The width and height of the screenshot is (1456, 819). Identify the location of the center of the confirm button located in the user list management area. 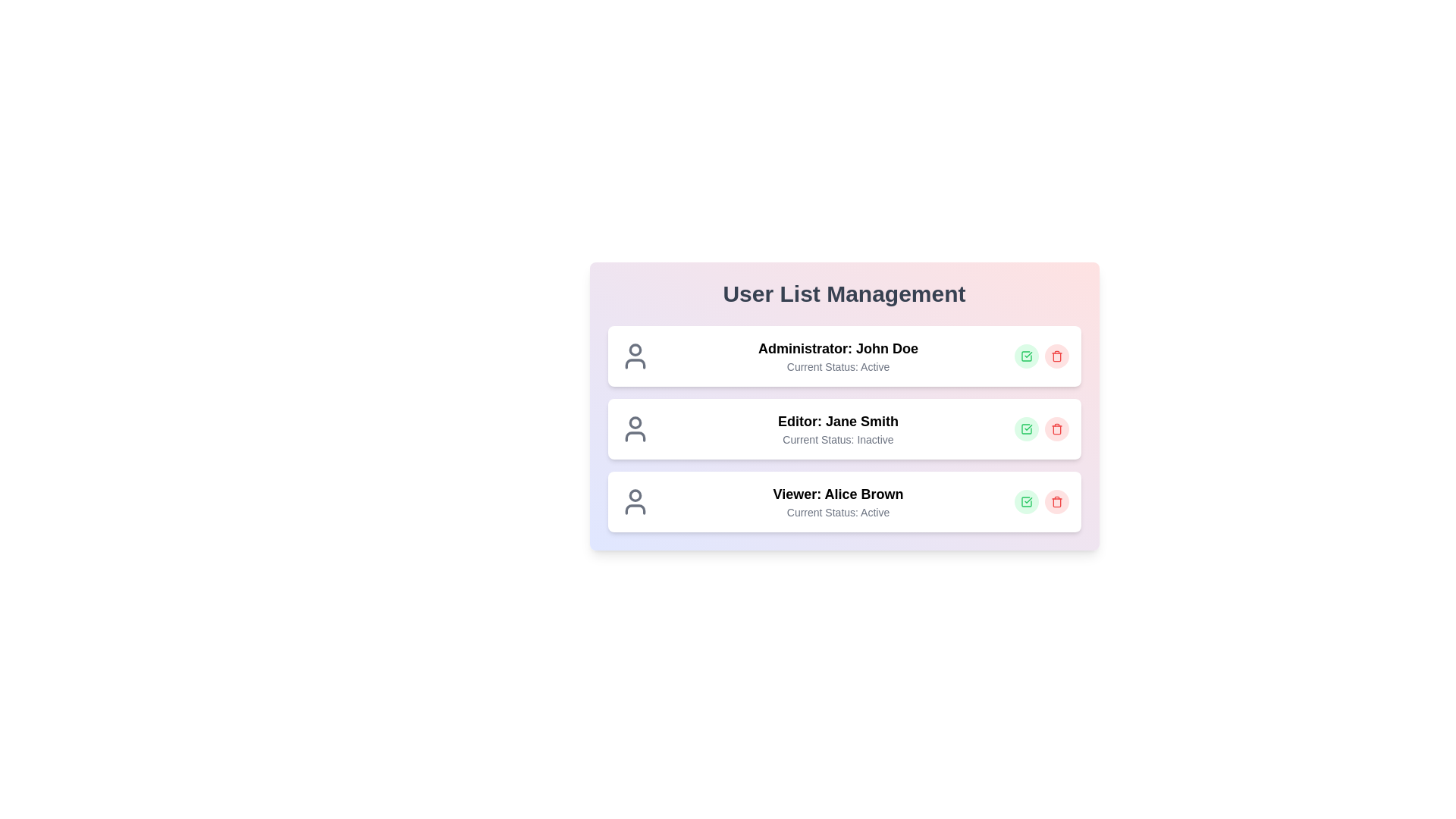
(1026, 429).